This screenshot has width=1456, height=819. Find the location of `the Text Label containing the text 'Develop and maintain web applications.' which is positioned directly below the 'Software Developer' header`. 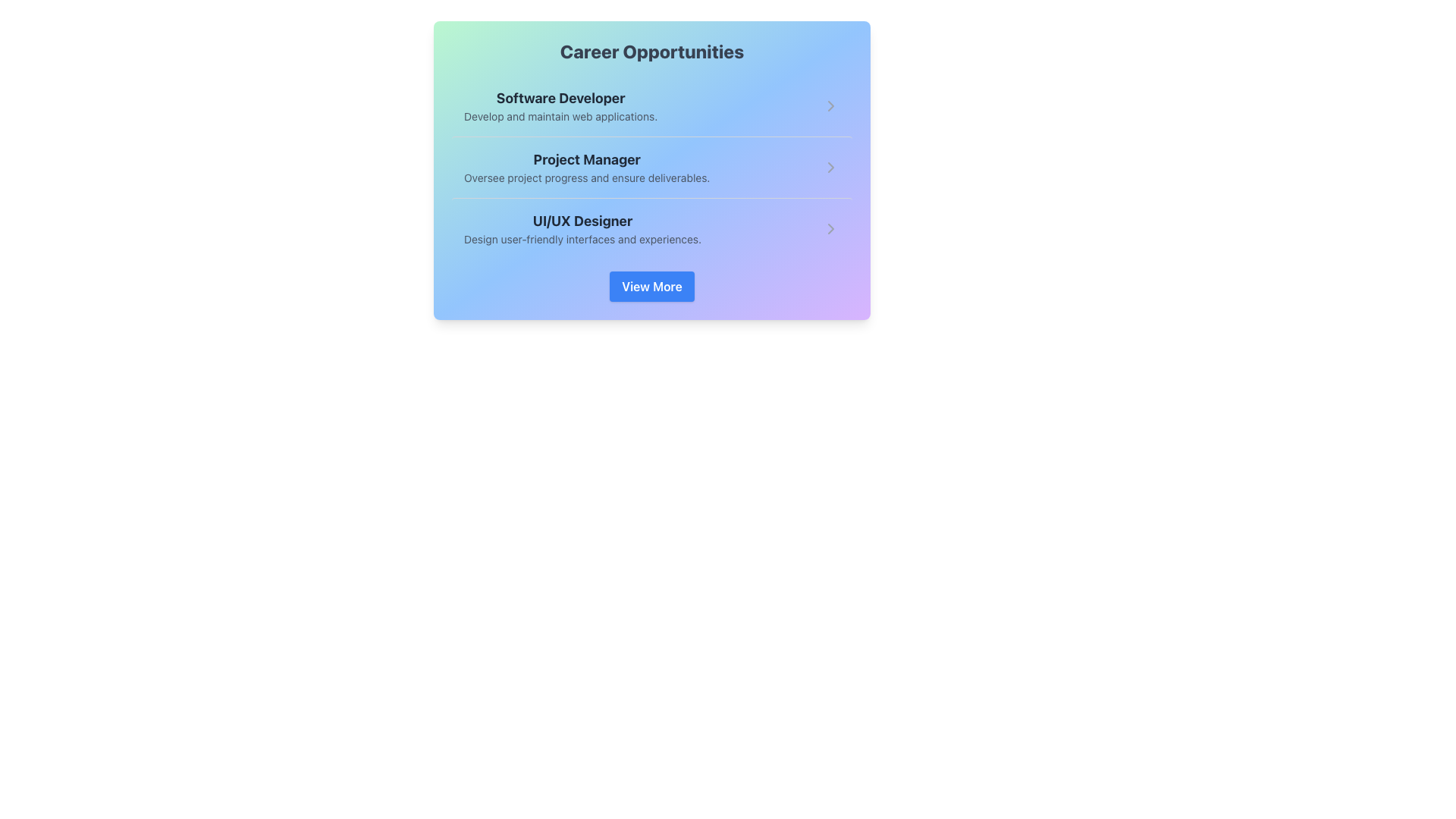

the Text Label containing the text 'Develop and maintain web applications.' which is positioned directly below the 'Software Developer' header is located at coordinates (560, 116).